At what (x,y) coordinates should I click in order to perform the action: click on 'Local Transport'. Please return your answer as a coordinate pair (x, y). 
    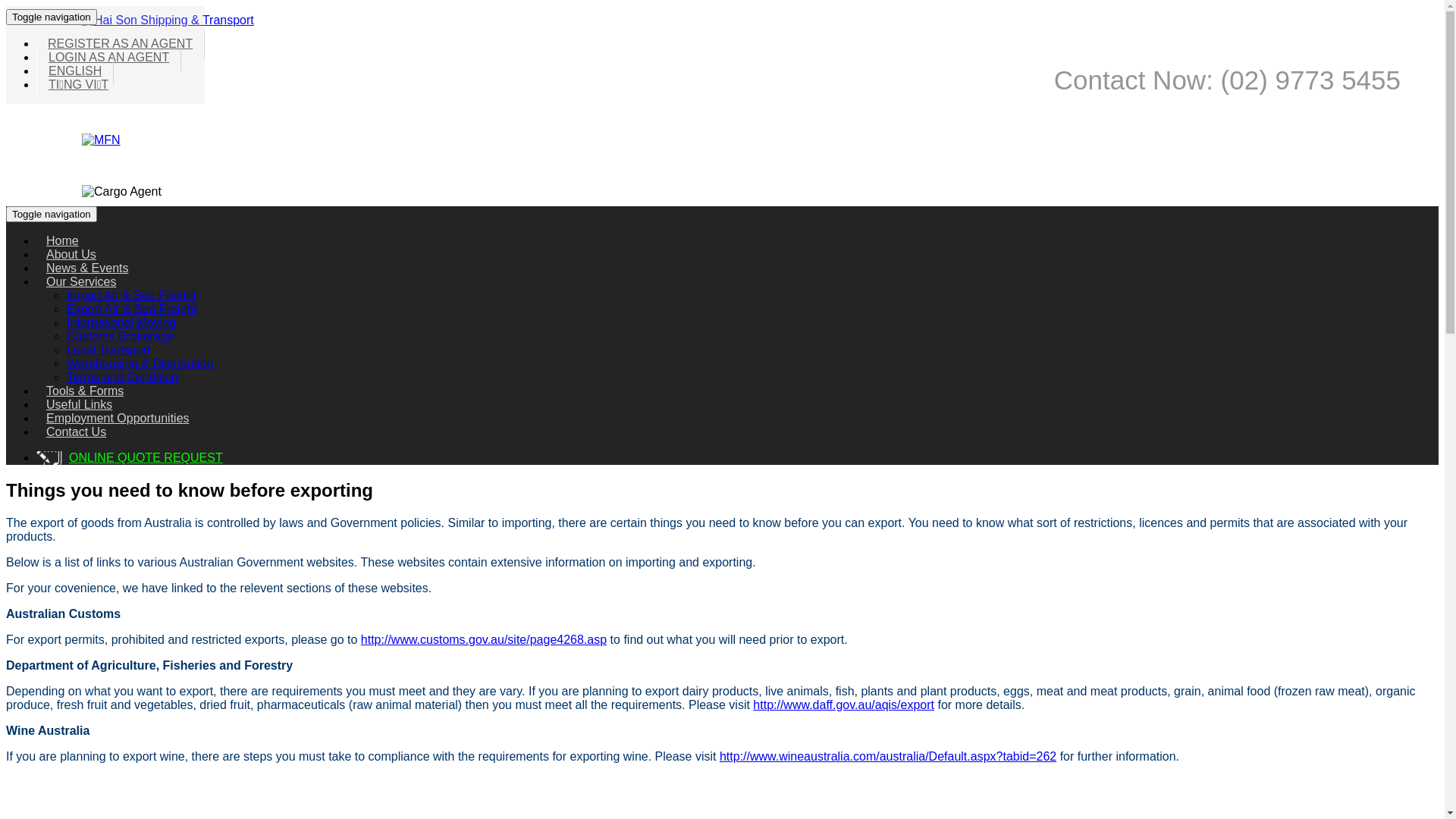
    Looking at the image, I should click on (65, 350).